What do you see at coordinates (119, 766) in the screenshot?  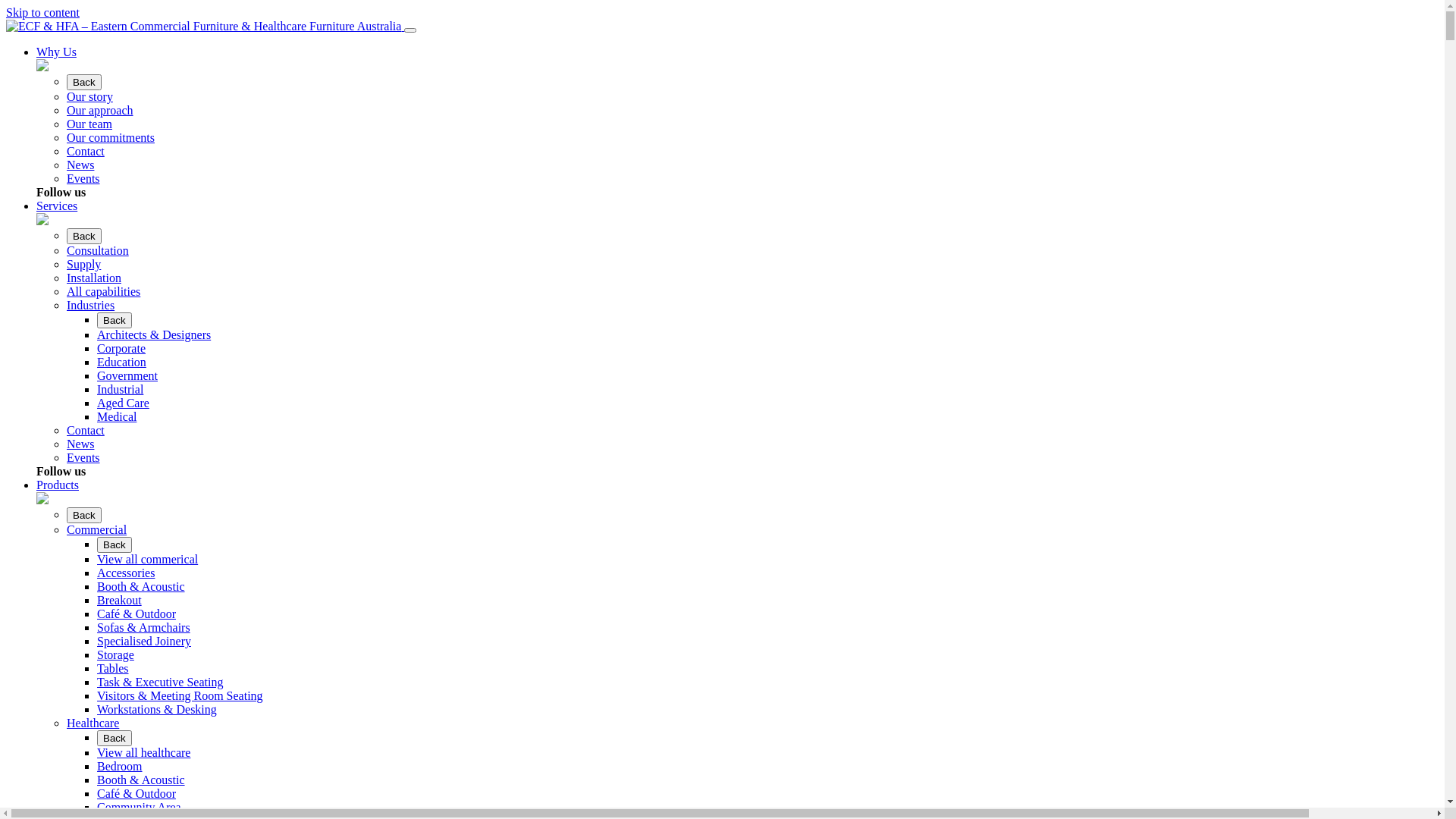 I see `'Bedroom'` at bounding box center [119, 766].